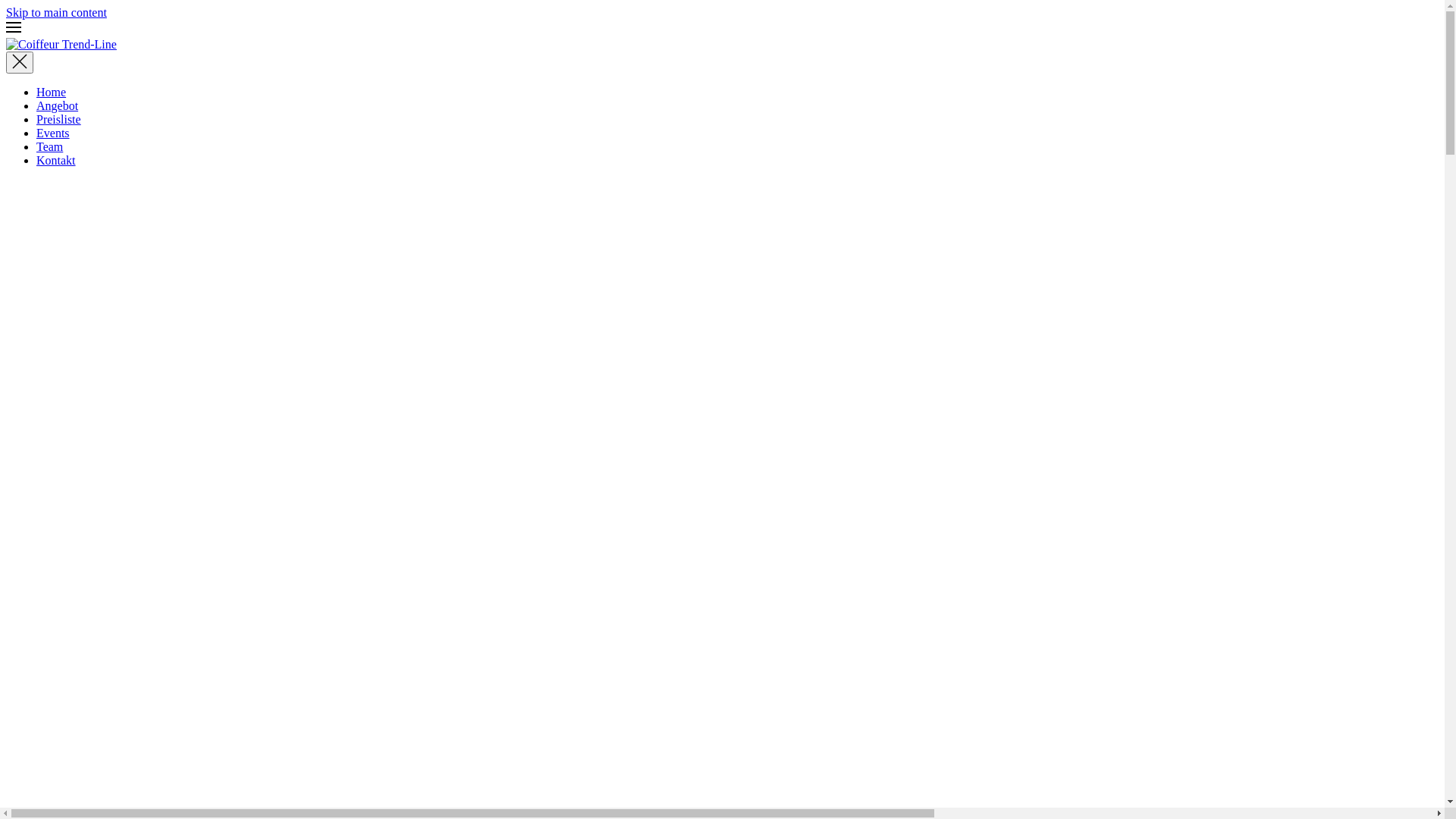 The image size is (1456, 819). Describe the element at coordinates (36, 105) in the screenshot. I see `'Angebot'` at that location.